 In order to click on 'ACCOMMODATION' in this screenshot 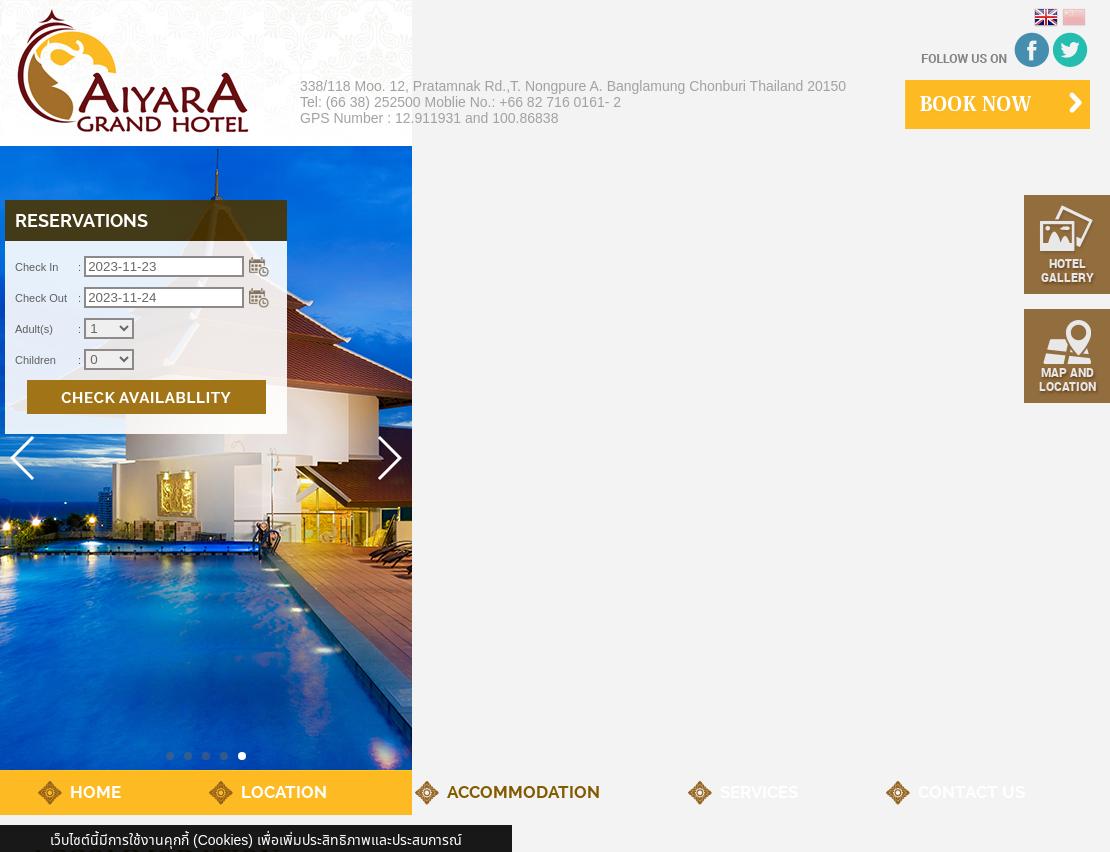, I will do `click(522, 791)`.